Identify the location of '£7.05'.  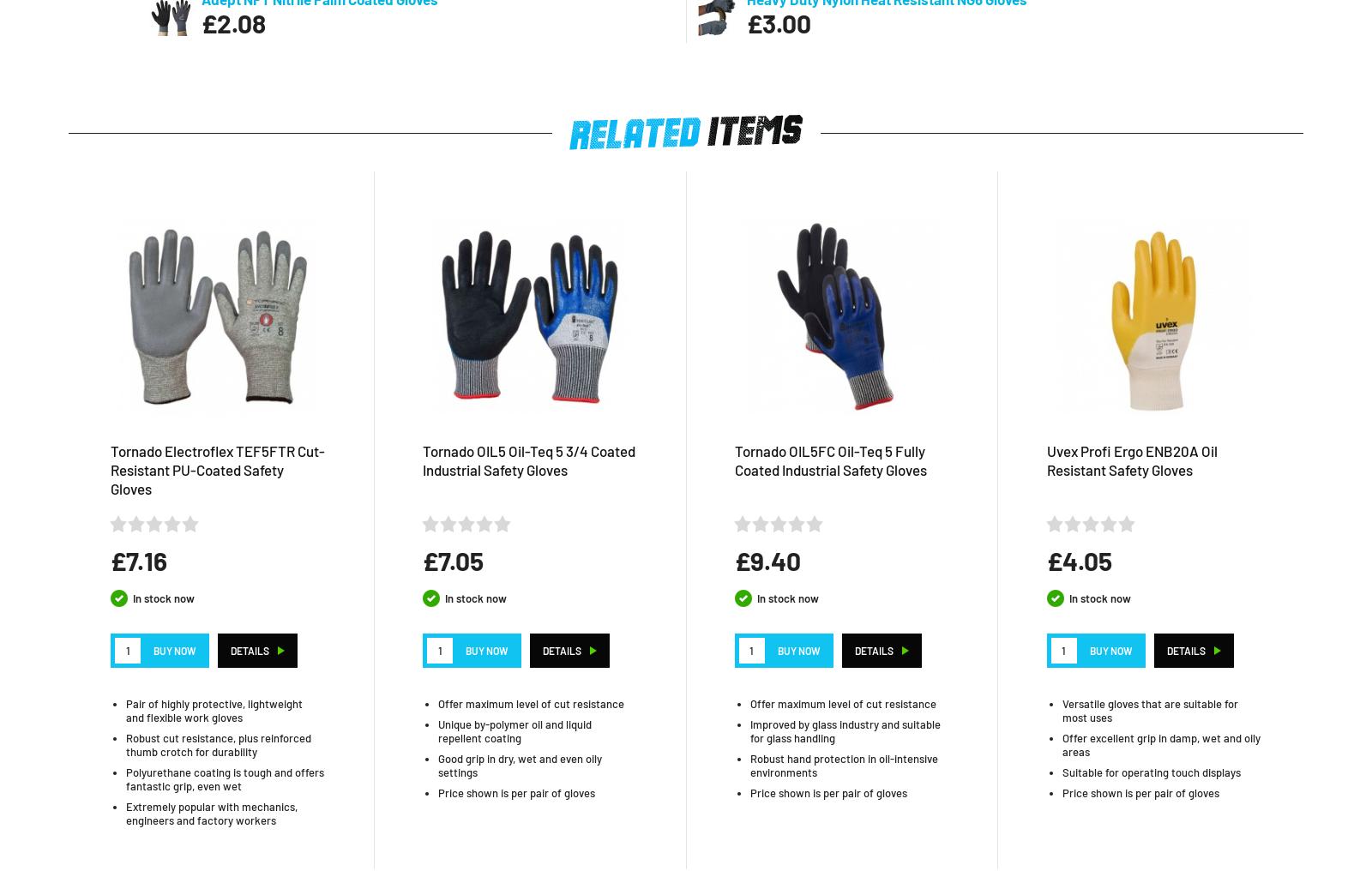
(452, 559).